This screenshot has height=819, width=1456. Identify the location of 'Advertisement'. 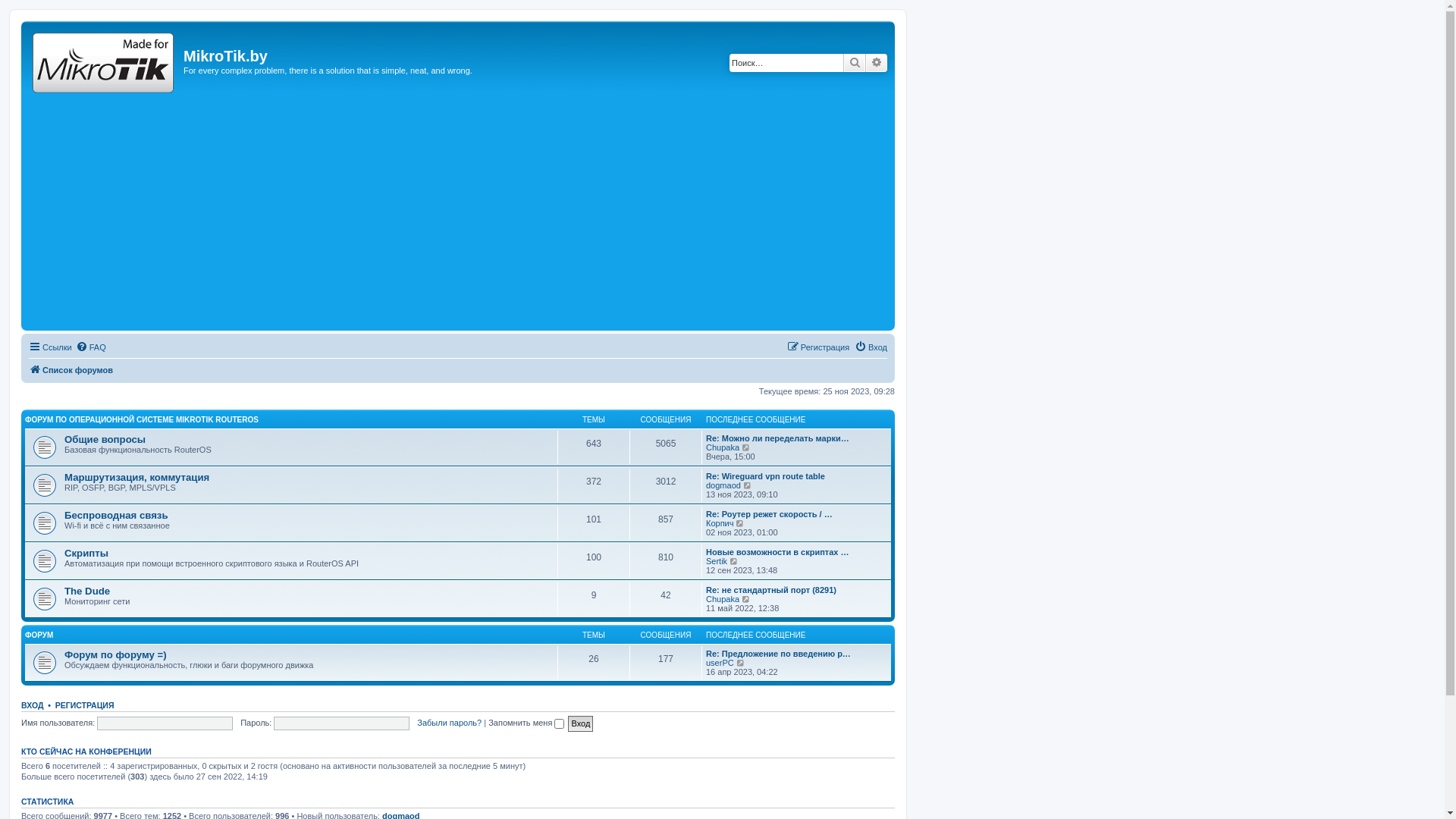
(457, 213).